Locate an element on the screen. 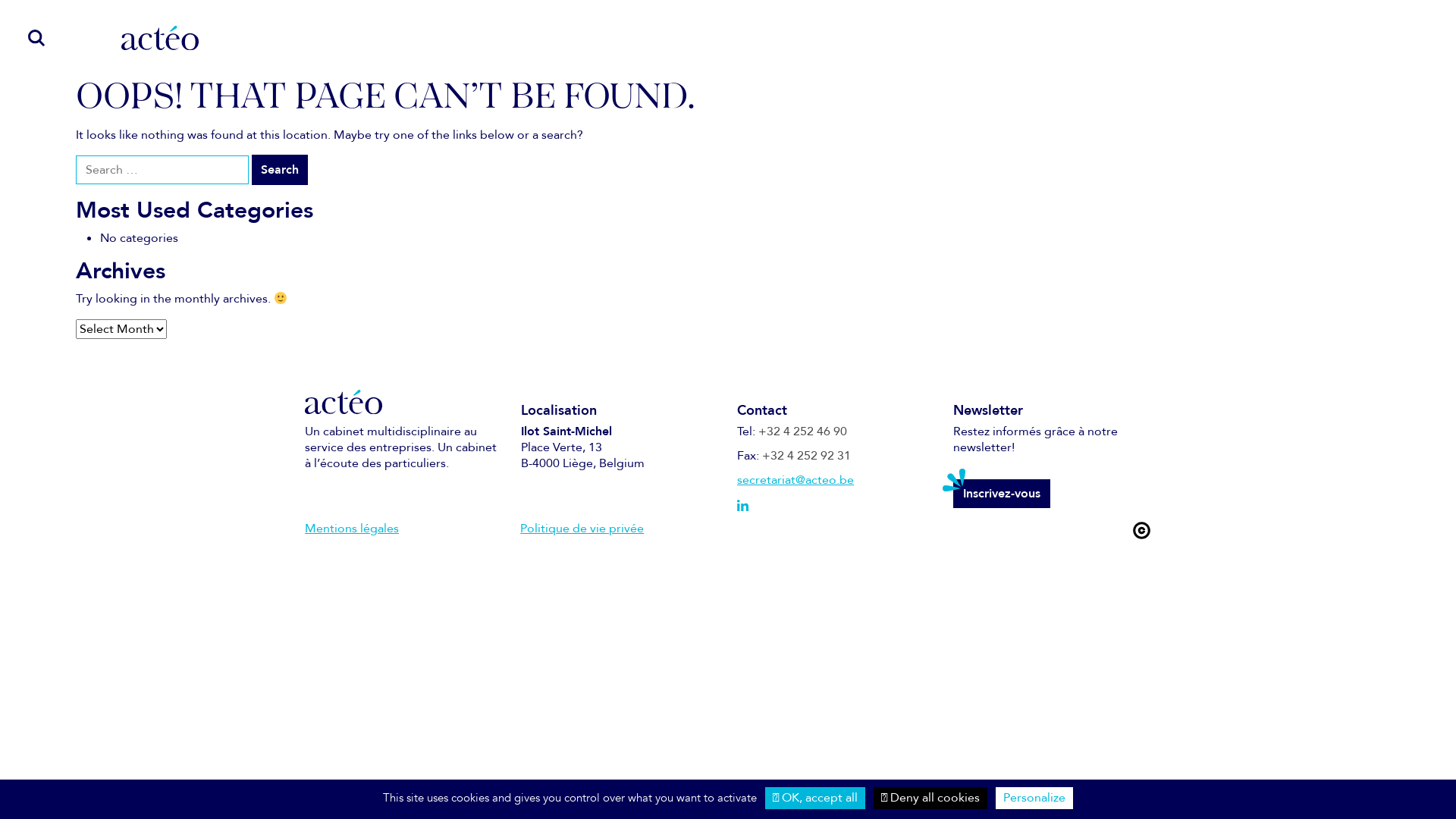 The image size is (1456, 819). 'Acteo' is located at coordinates (120, 37).